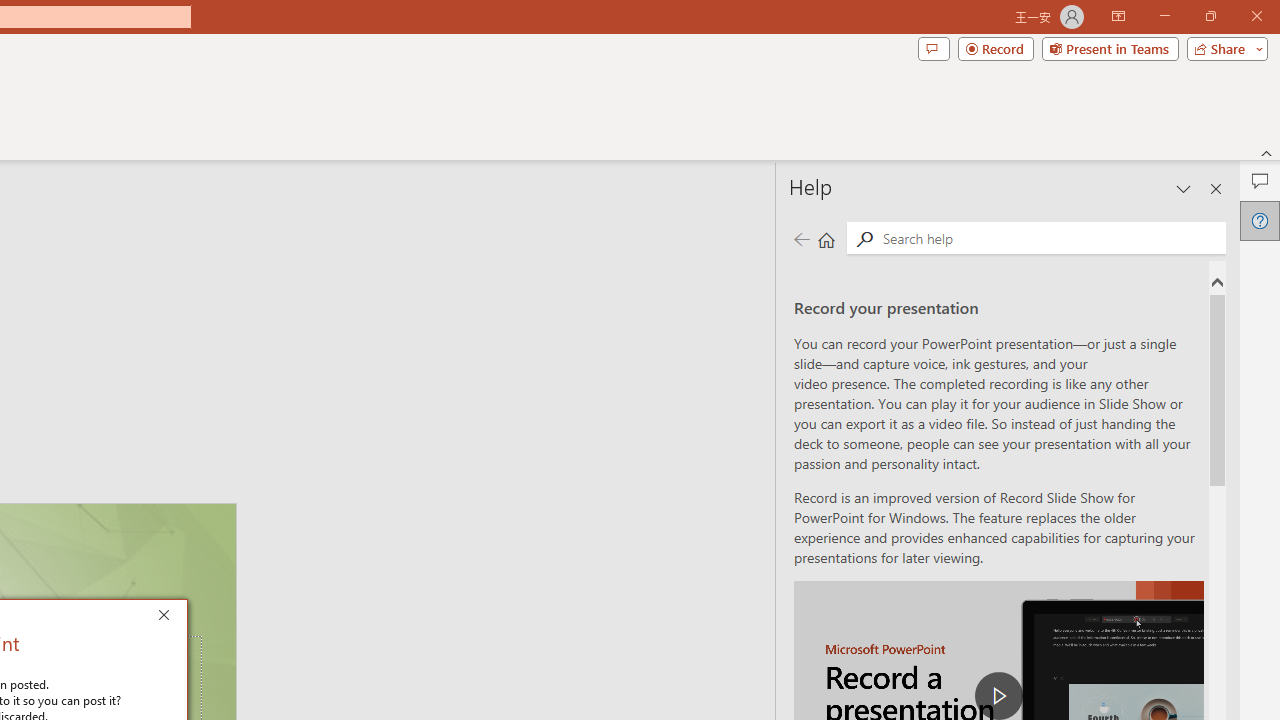 This screenshot has height=720, width=1280. What do you see at coordinates (1184, 189) in the screenshot?
I see `'Task Pane Options'` at bounding box center [1184, 189].